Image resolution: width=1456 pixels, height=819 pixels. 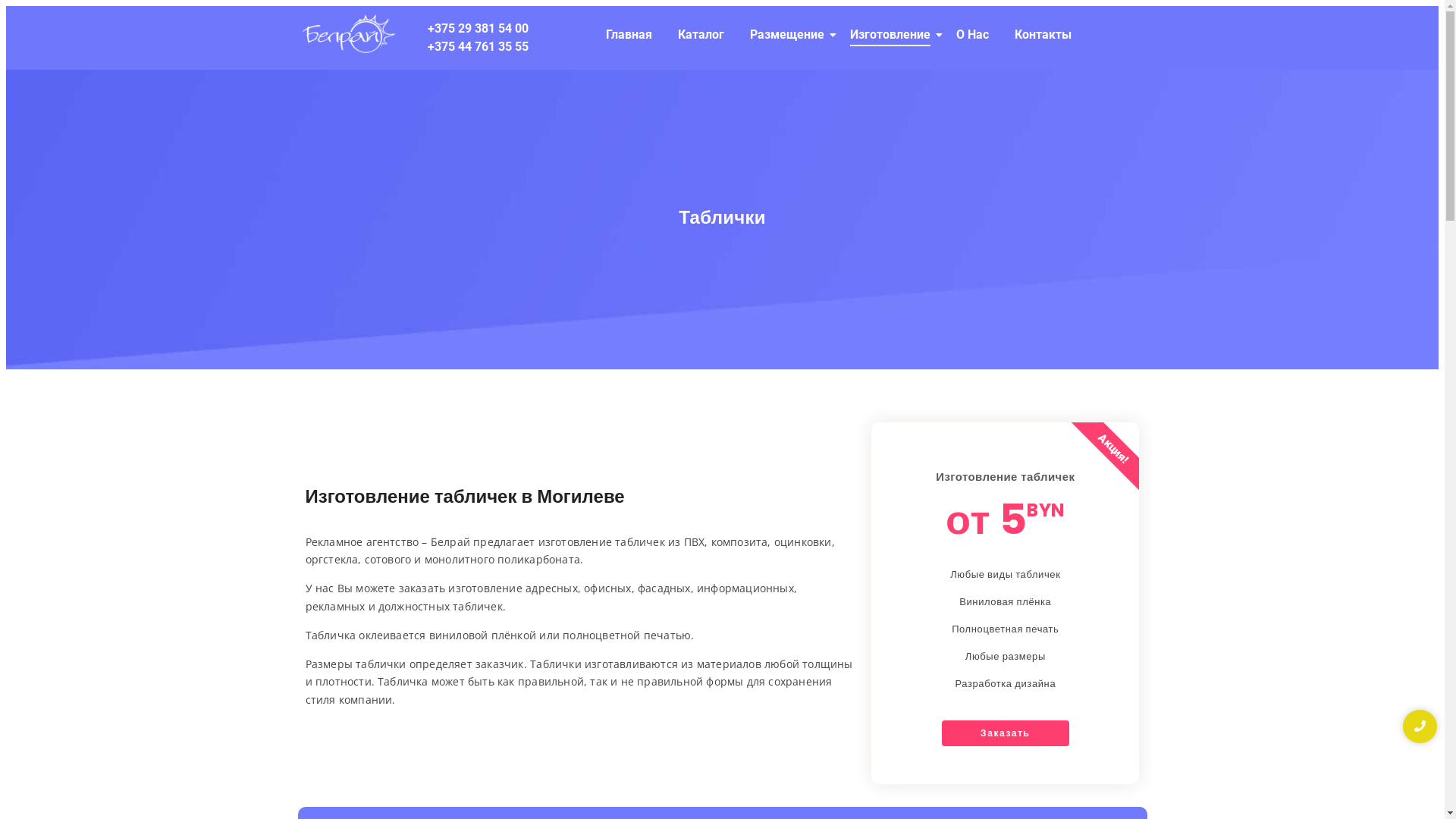 What do you see at coordinates (477, 45) in the screenshot?
I see `'+375 44 761 35 55'` at bounding box center [477, 45].